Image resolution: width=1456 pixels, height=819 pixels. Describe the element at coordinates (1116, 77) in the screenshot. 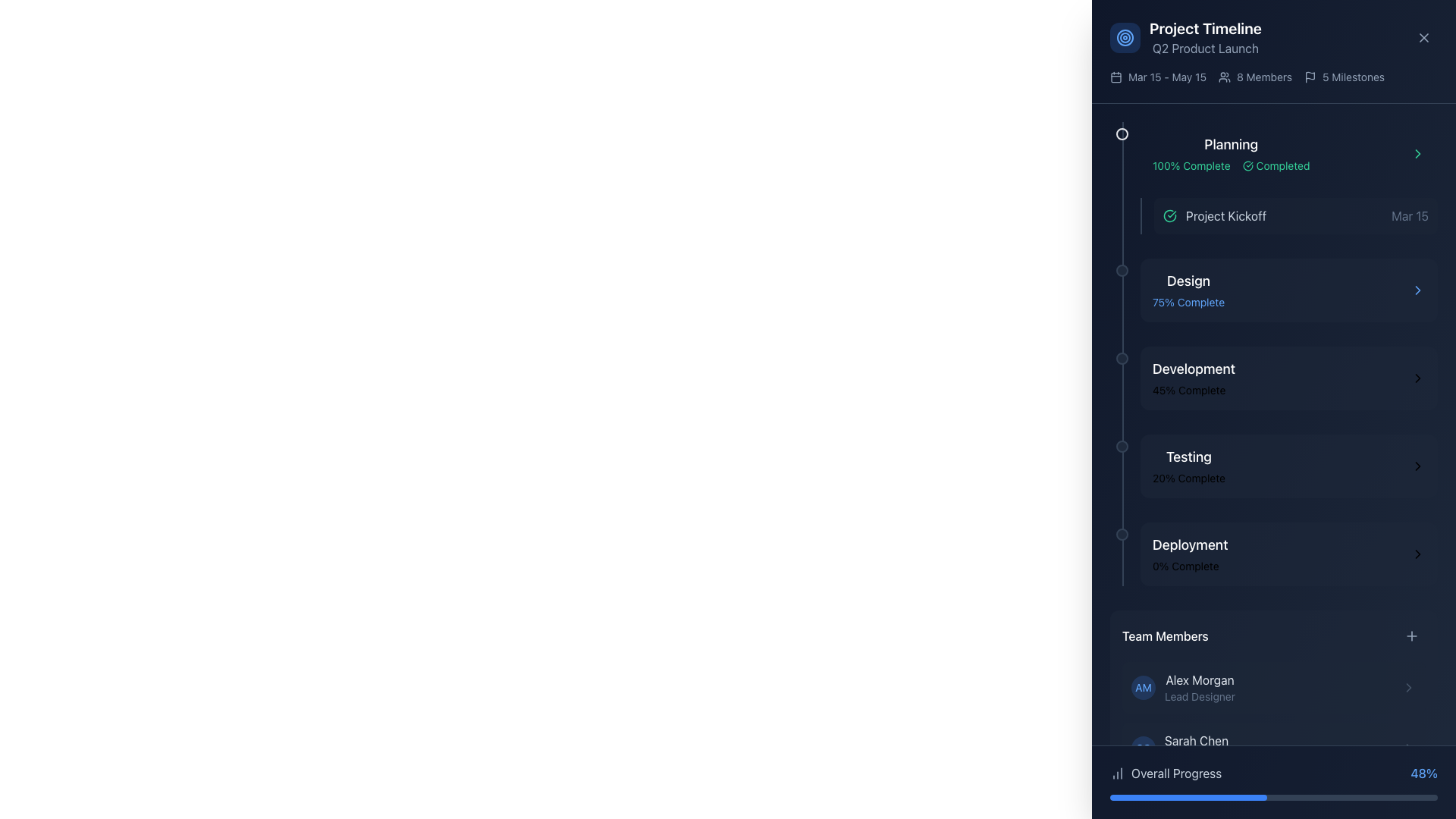

I see `the main rectangle of the calendar icon located near the label 'Mar 15 - May 15'` at that location.